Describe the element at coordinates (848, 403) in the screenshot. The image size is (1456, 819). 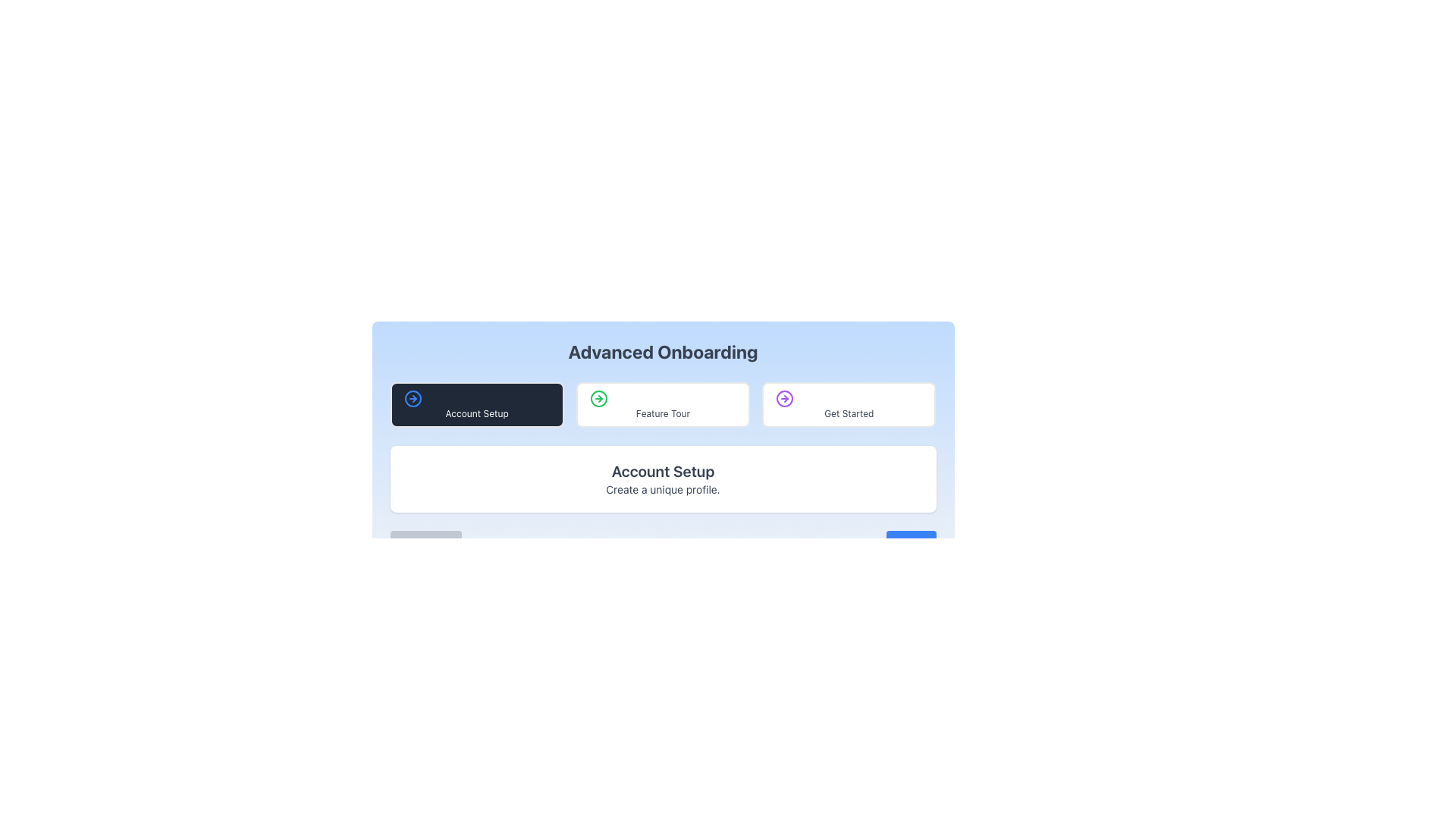
I see `the 'Get Started' button located at the top-right of the interface` at that location.